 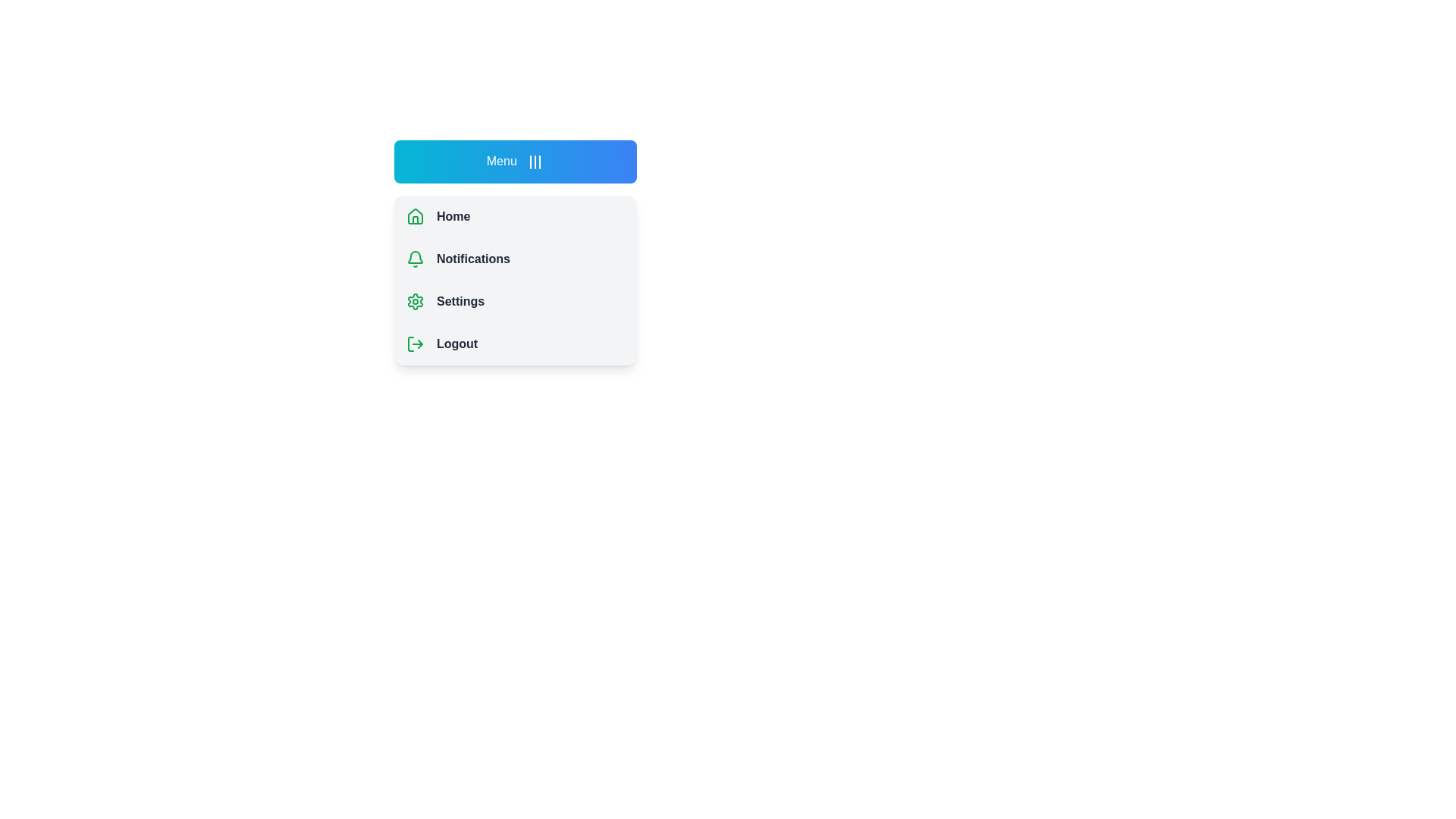 What do you see at coordinates (516, 258) in the screenshot?
I see `the menu item Notifications to highlight it` at bounding box center [516, 258].